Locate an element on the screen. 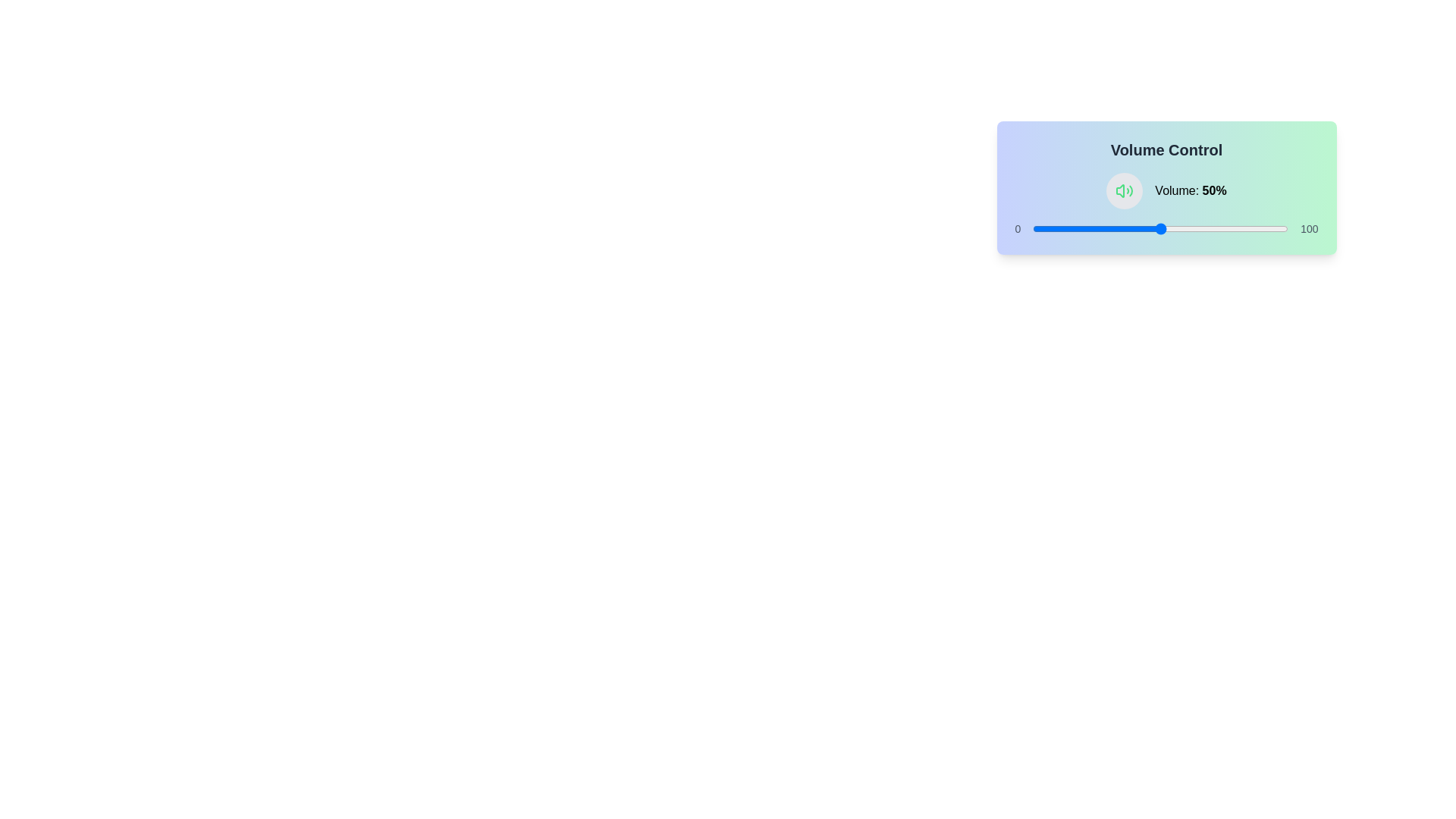 The image size is (1456, 819). the volume slider to set the volume to 6% is located at coordinates (1047, 228).